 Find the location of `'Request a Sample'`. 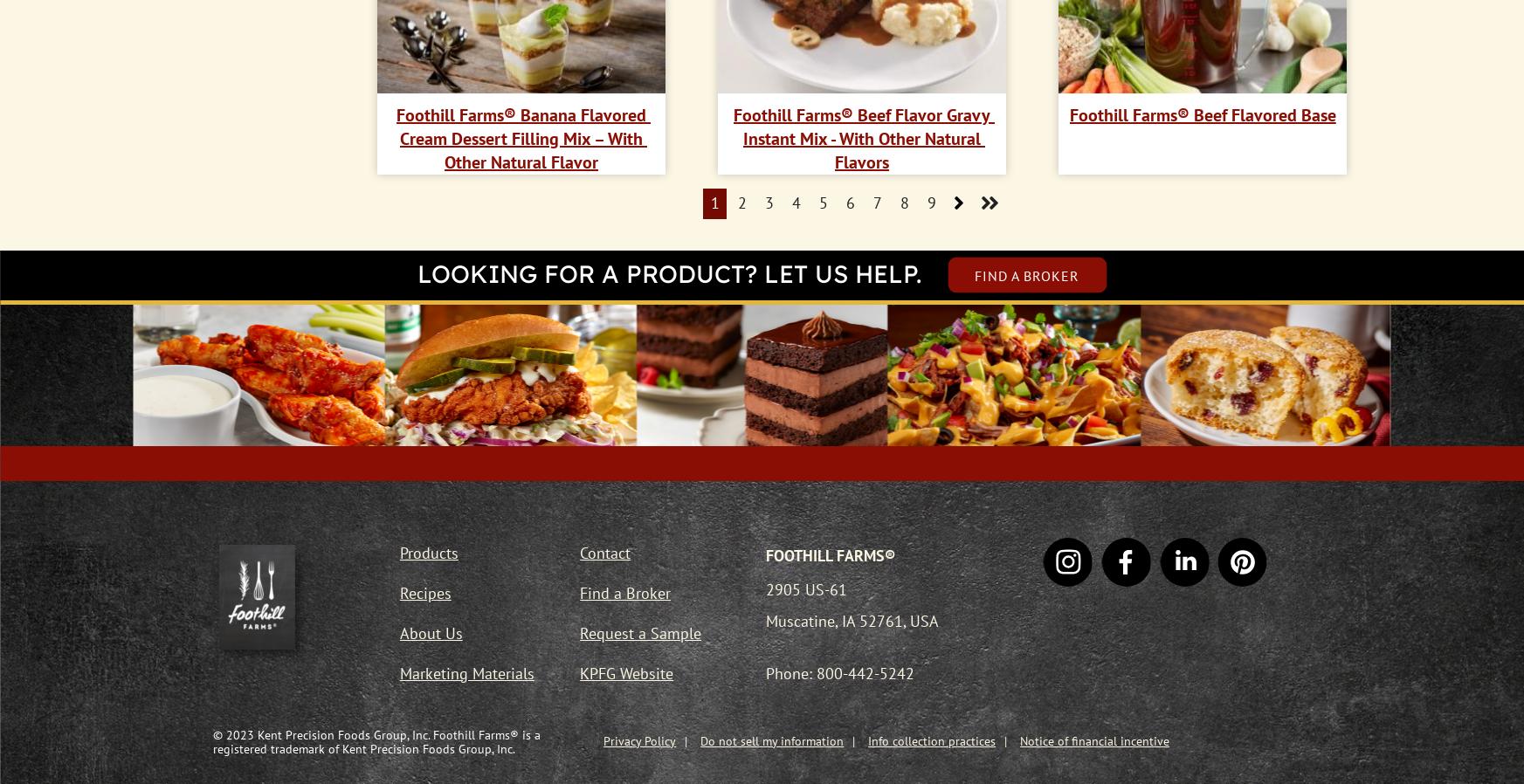

'Request a Sample' is located at coordinates (640, 632).